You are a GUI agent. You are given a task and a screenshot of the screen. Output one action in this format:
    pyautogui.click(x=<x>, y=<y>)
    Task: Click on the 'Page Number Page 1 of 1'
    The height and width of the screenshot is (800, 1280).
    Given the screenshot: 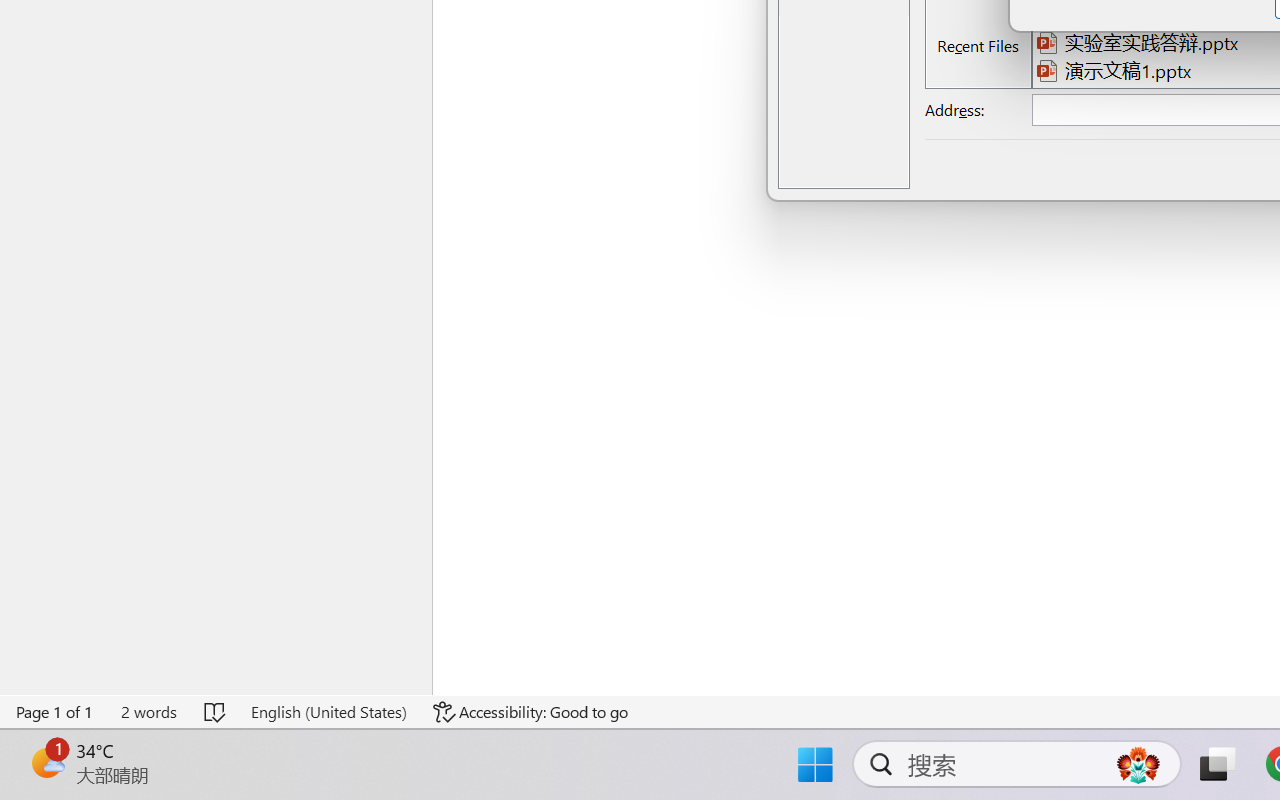 What is the action you would take?
    pyautogui.click(x=55, y=711)
    